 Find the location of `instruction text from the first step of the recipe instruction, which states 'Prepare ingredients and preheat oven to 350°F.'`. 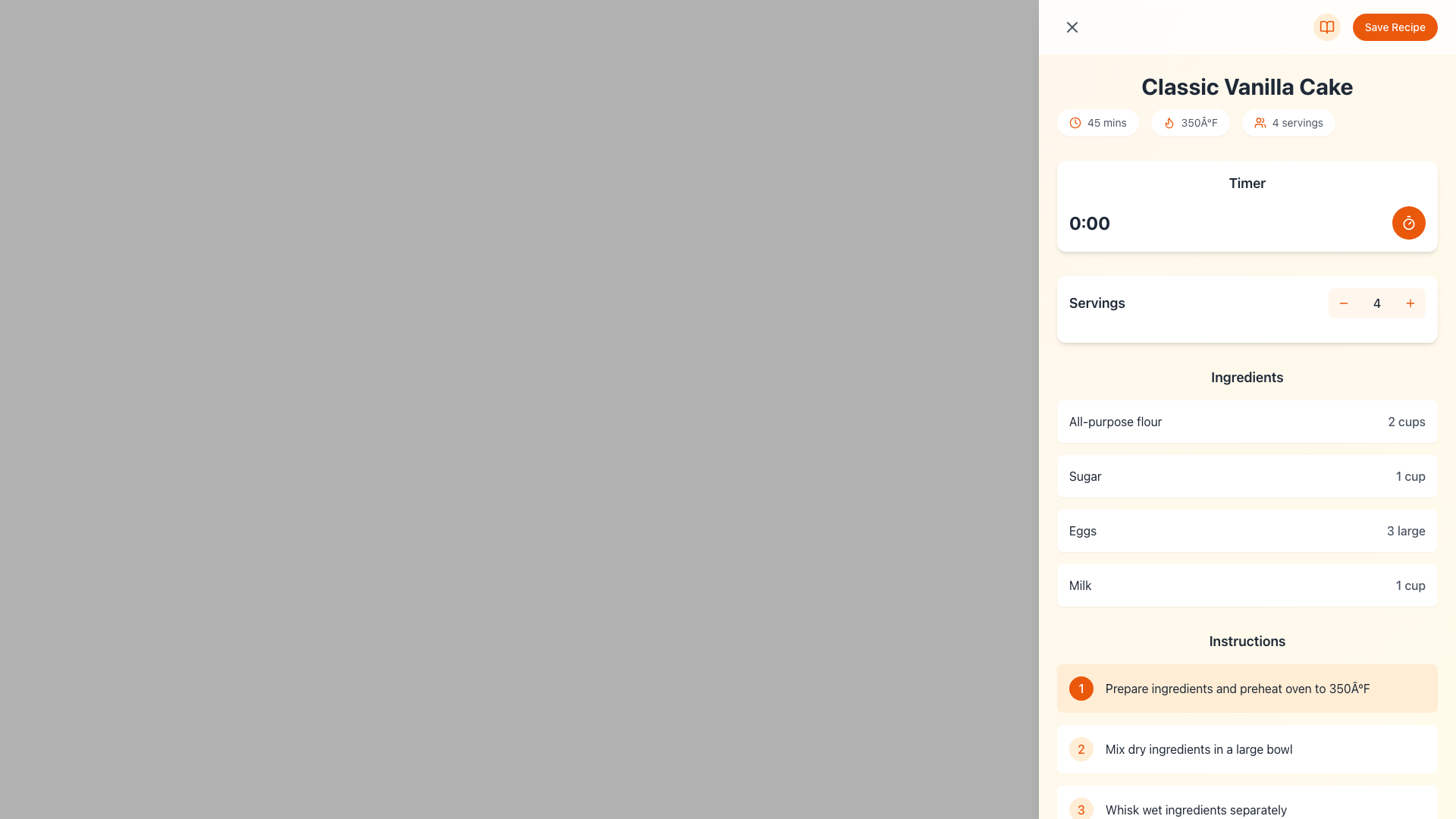

instruction text from the first step of the recipe instruction, which states 'Prepare ingredients and preheat oven to 350°F.' is located at coordinates (1247, 688).